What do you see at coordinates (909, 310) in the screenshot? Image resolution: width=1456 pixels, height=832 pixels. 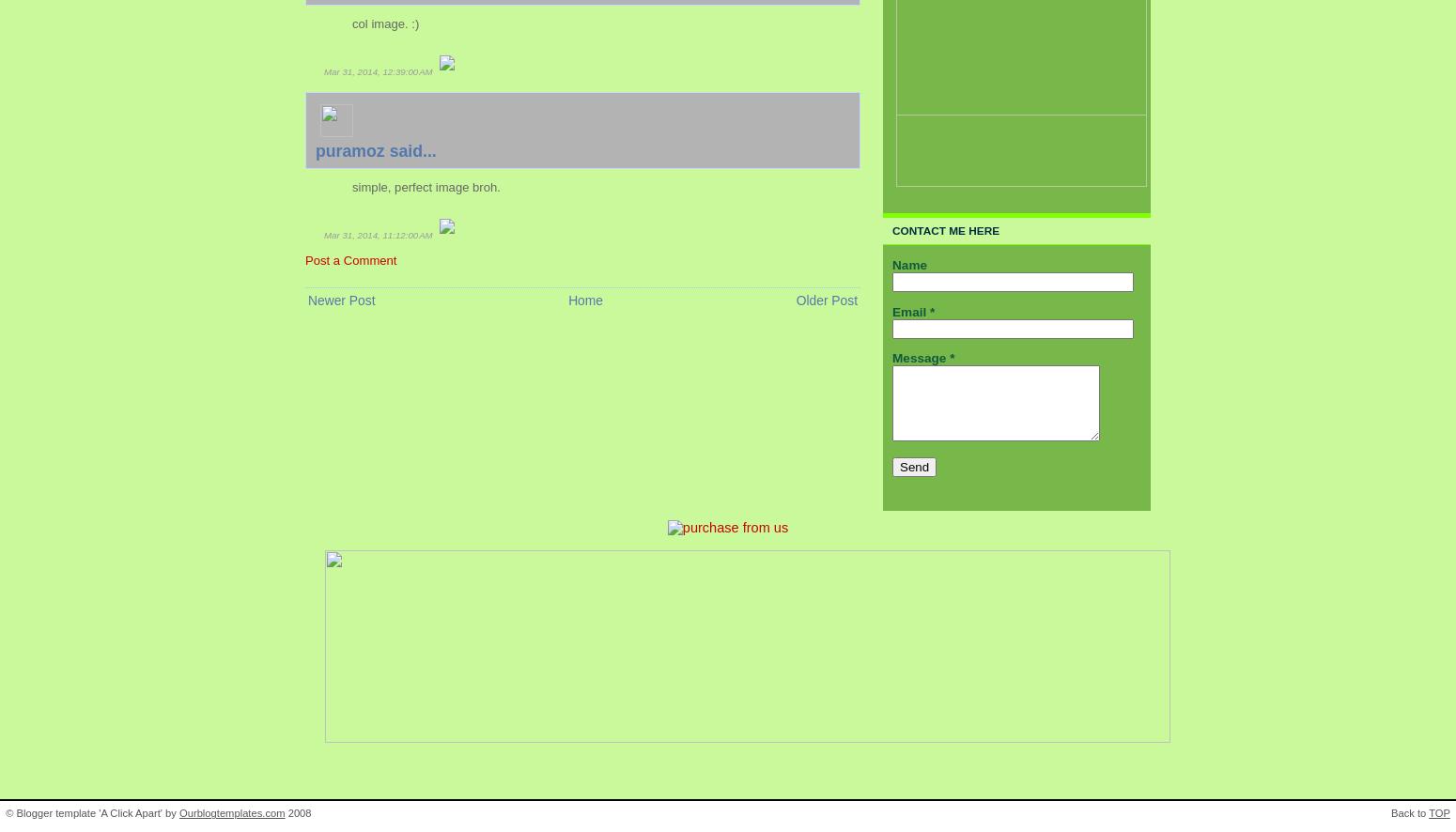 I see `'Email'` at bounding box center [909, 310].